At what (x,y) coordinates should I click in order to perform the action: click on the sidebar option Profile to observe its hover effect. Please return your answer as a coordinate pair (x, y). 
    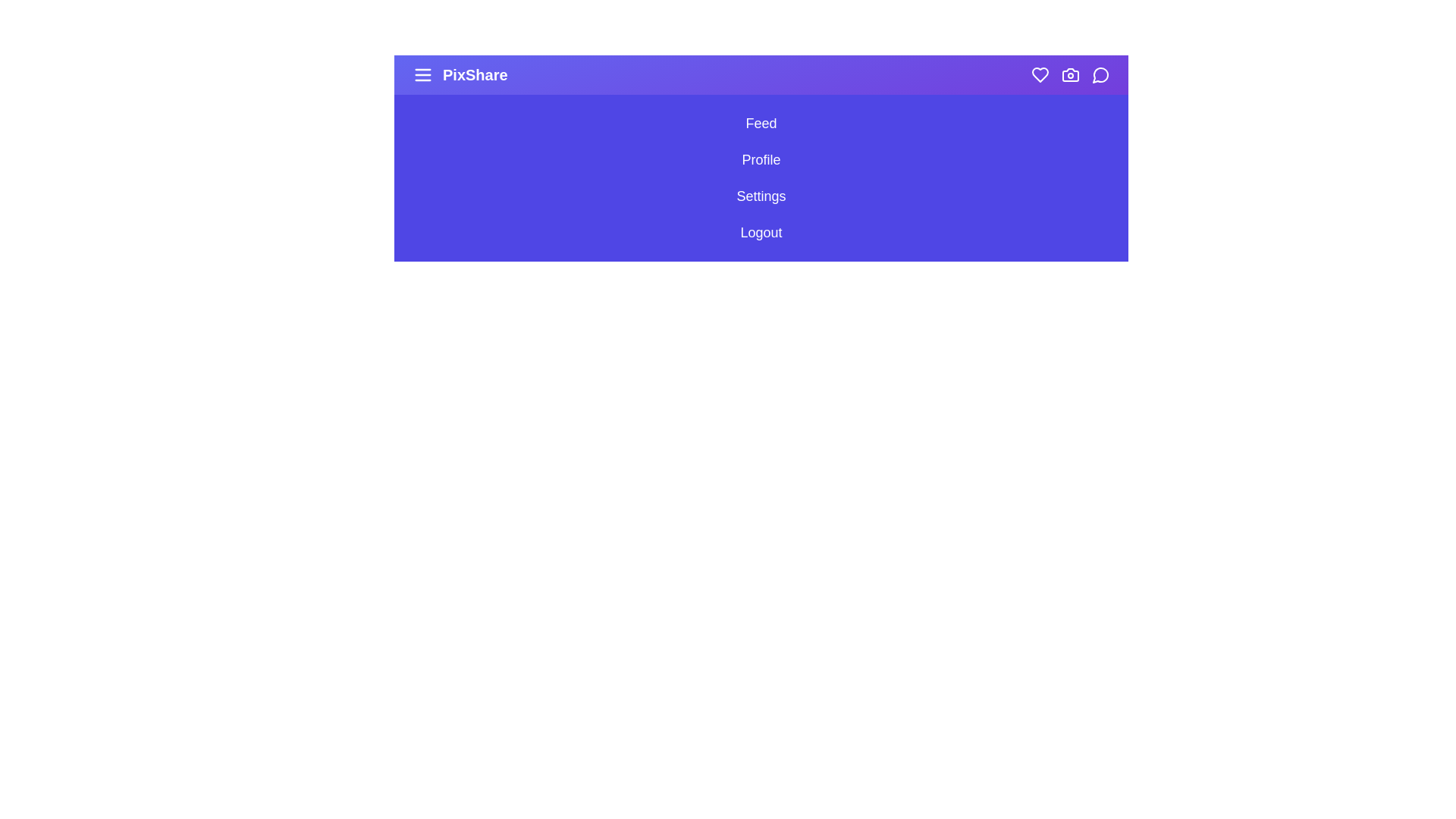
    Looking at the image, I should click on (761, 160).